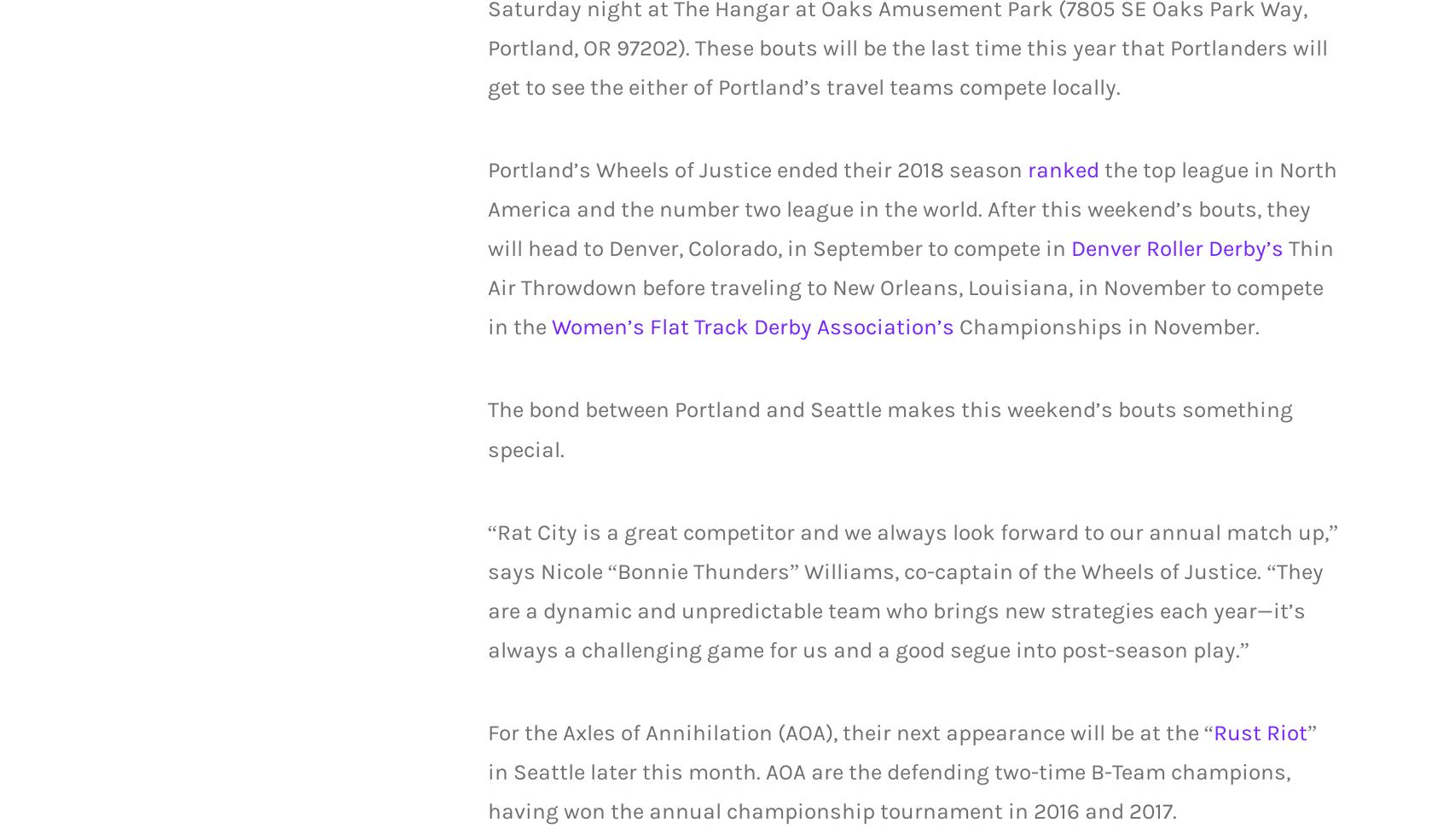  Describe the element at coordinates (1105, 327) in the screenshot. I see `'Championships in November.'` at that location.